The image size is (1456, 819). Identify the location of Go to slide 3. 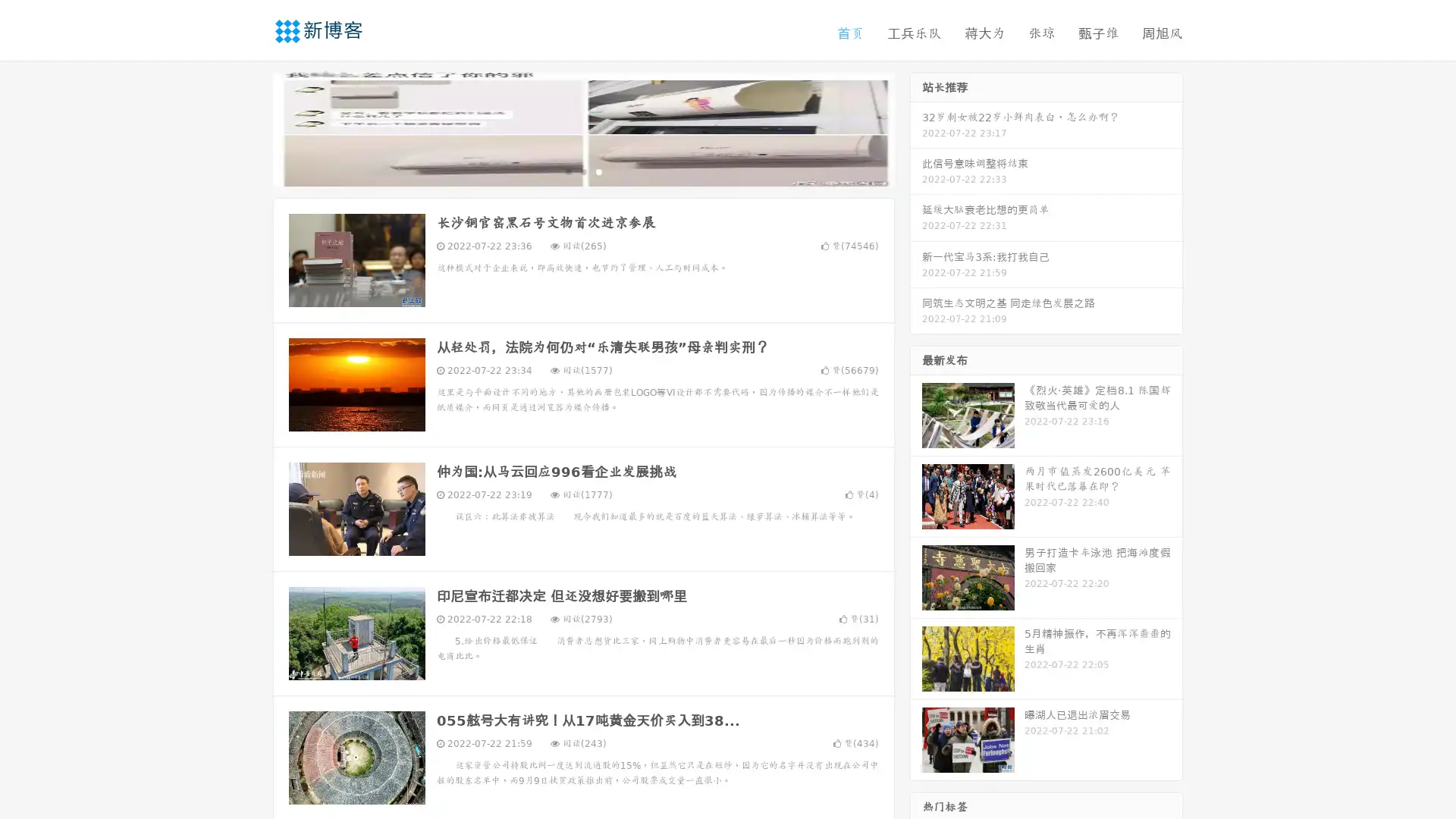
(598, 171).